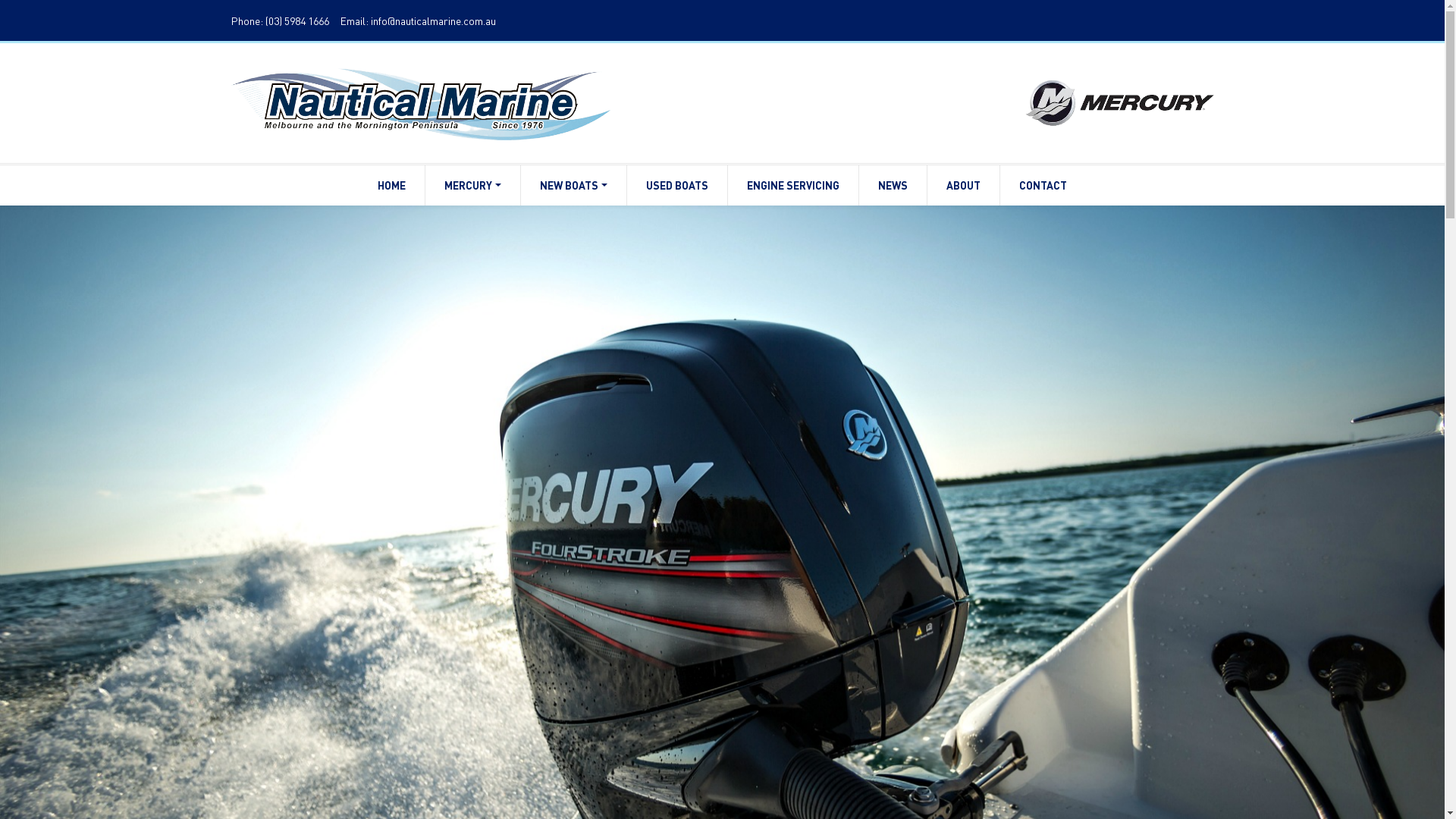  Describe the element at coordinates (573, 184) in the screenshot. I see `'NEW BOATS'` at that location.